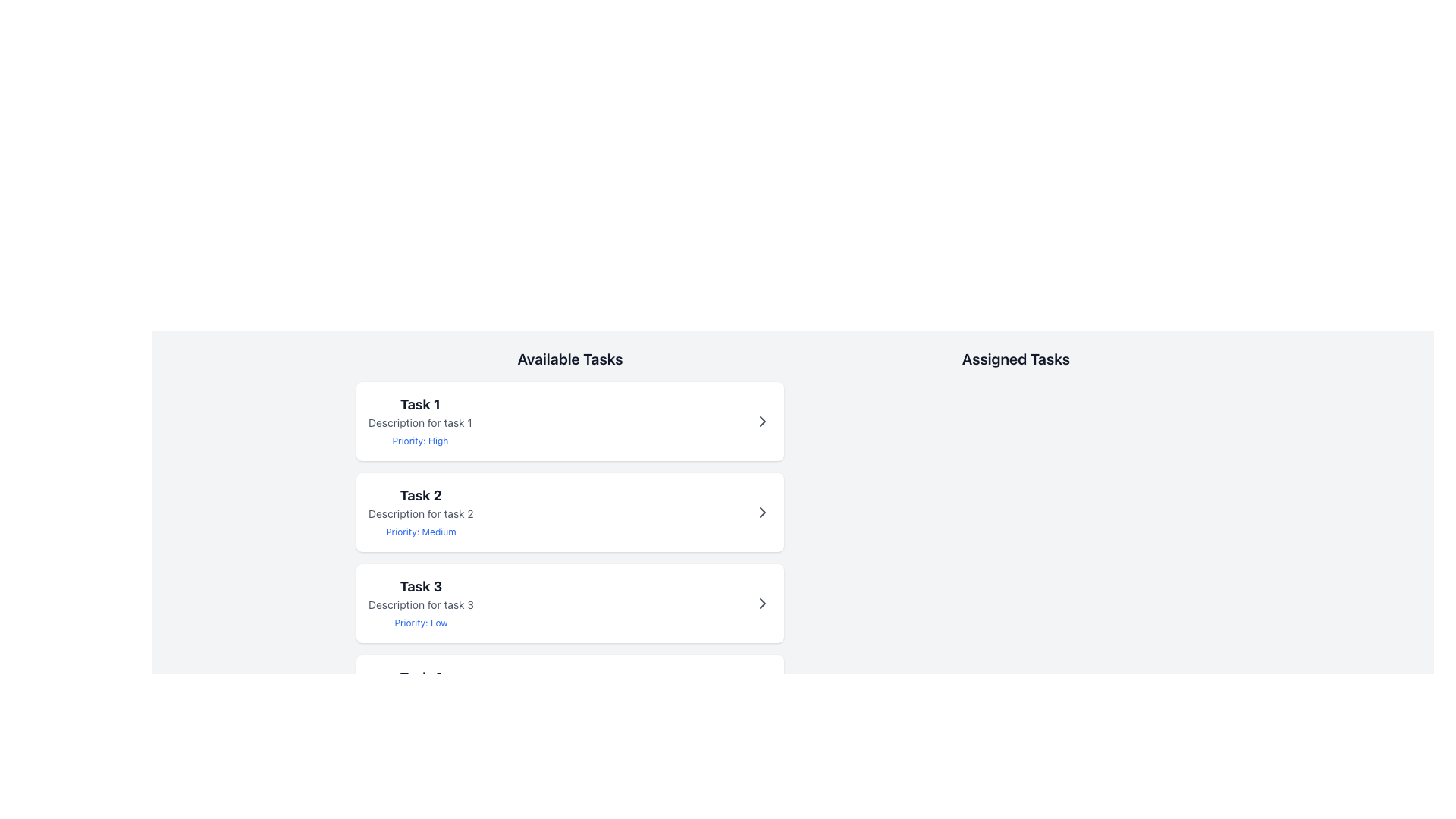  I want to click on the right-pointing chevron icon located at the rightmost end of the 'Task 2' card in the 'Available Tasks' list, so click(763, 512).